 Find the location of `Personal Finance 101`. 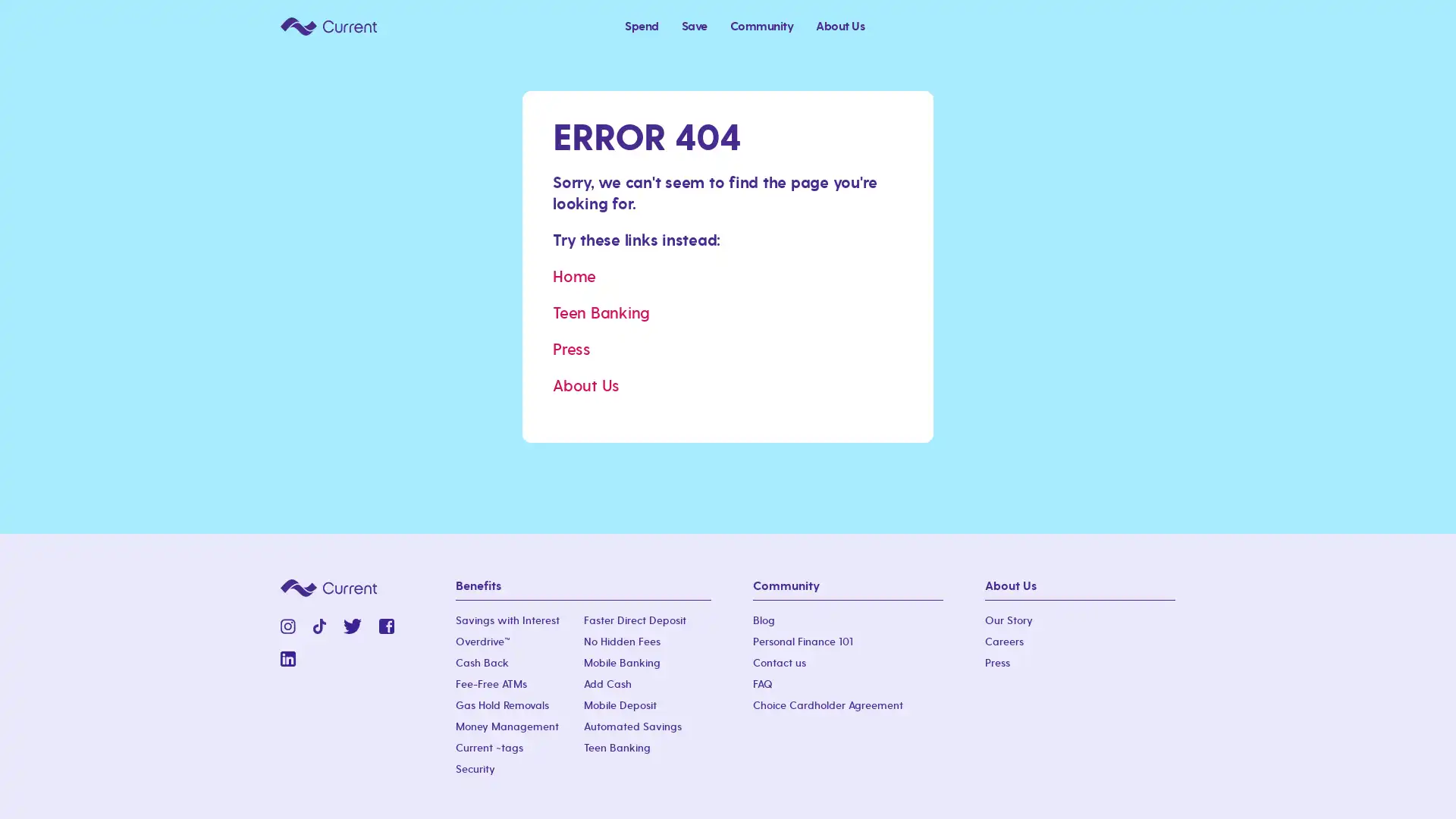

Personal Finance 101 is located at coordinates (802, 642).